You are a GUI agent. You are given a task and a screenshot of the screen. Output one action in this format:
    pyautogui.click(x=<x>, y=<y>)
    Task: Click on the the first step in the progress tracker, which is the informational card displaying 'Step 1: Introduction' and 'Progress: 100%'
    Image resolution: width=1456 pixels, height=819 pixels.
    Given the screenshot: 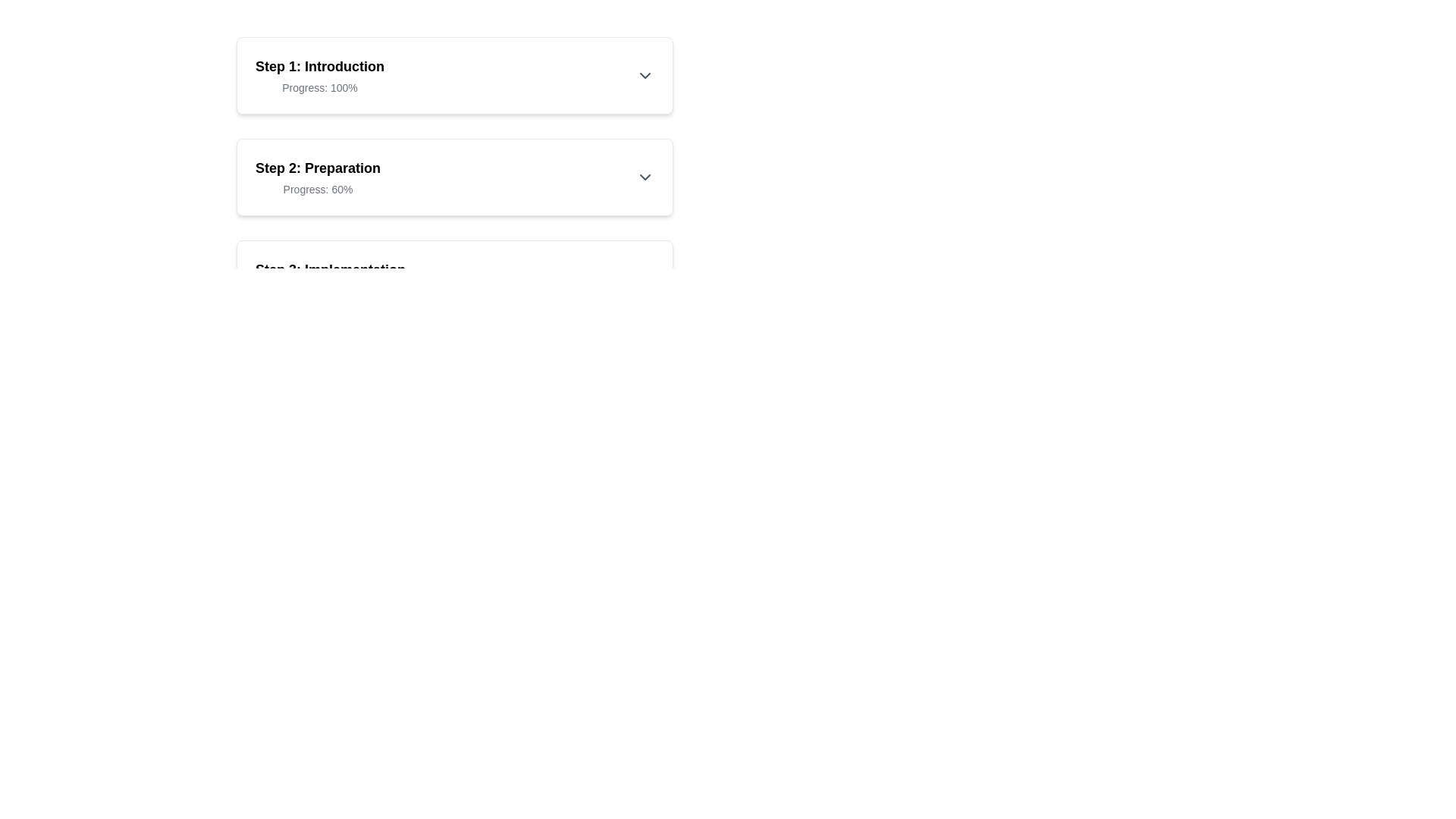 What is the action you would take?
    pyautogui.click(x=454, y=76)
    